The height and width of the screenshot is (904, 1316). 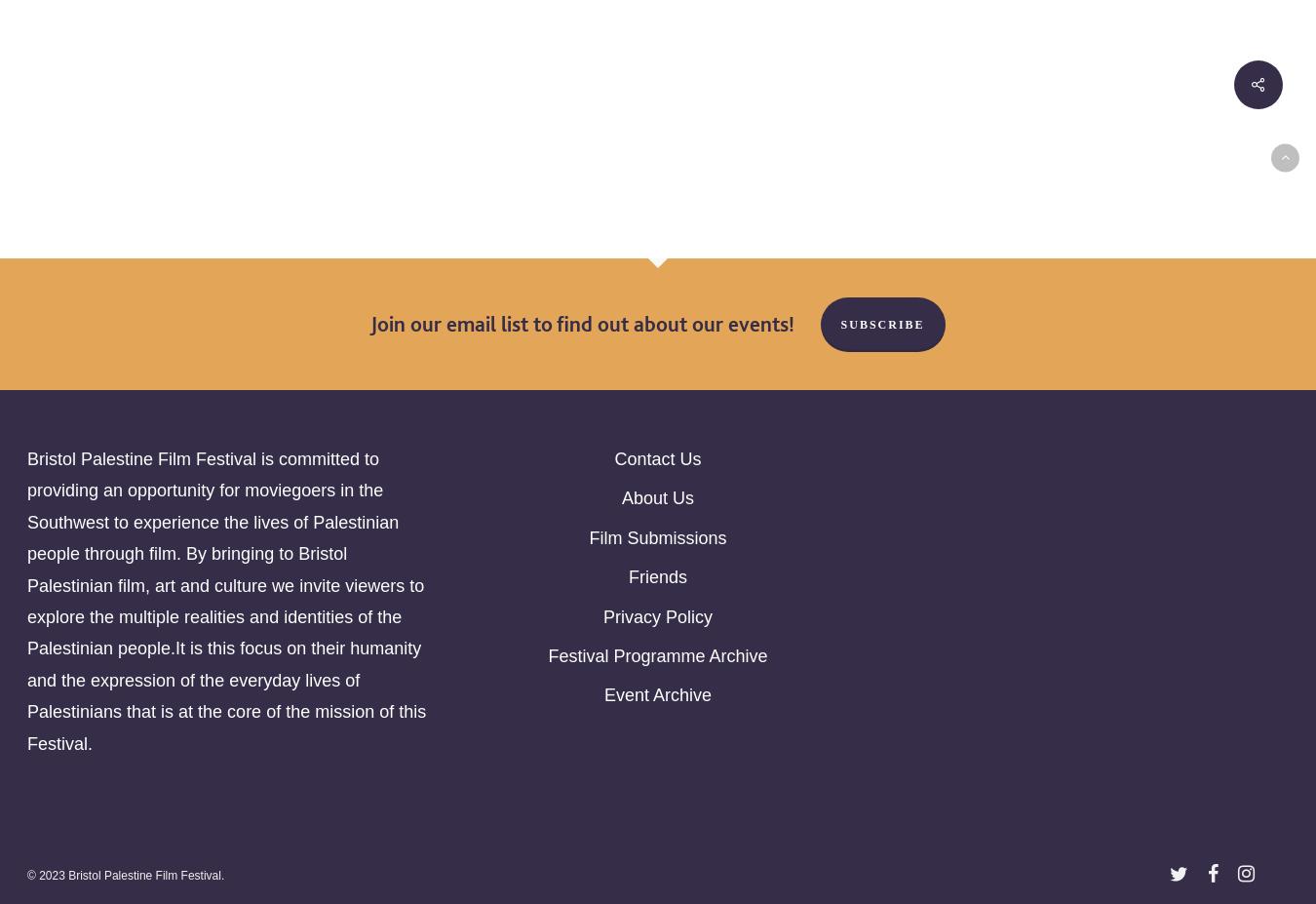 What do you see at coordinates (657, 537) in the screenshot?
I see `'Film Submissions'` at bounding box center [657, 537].